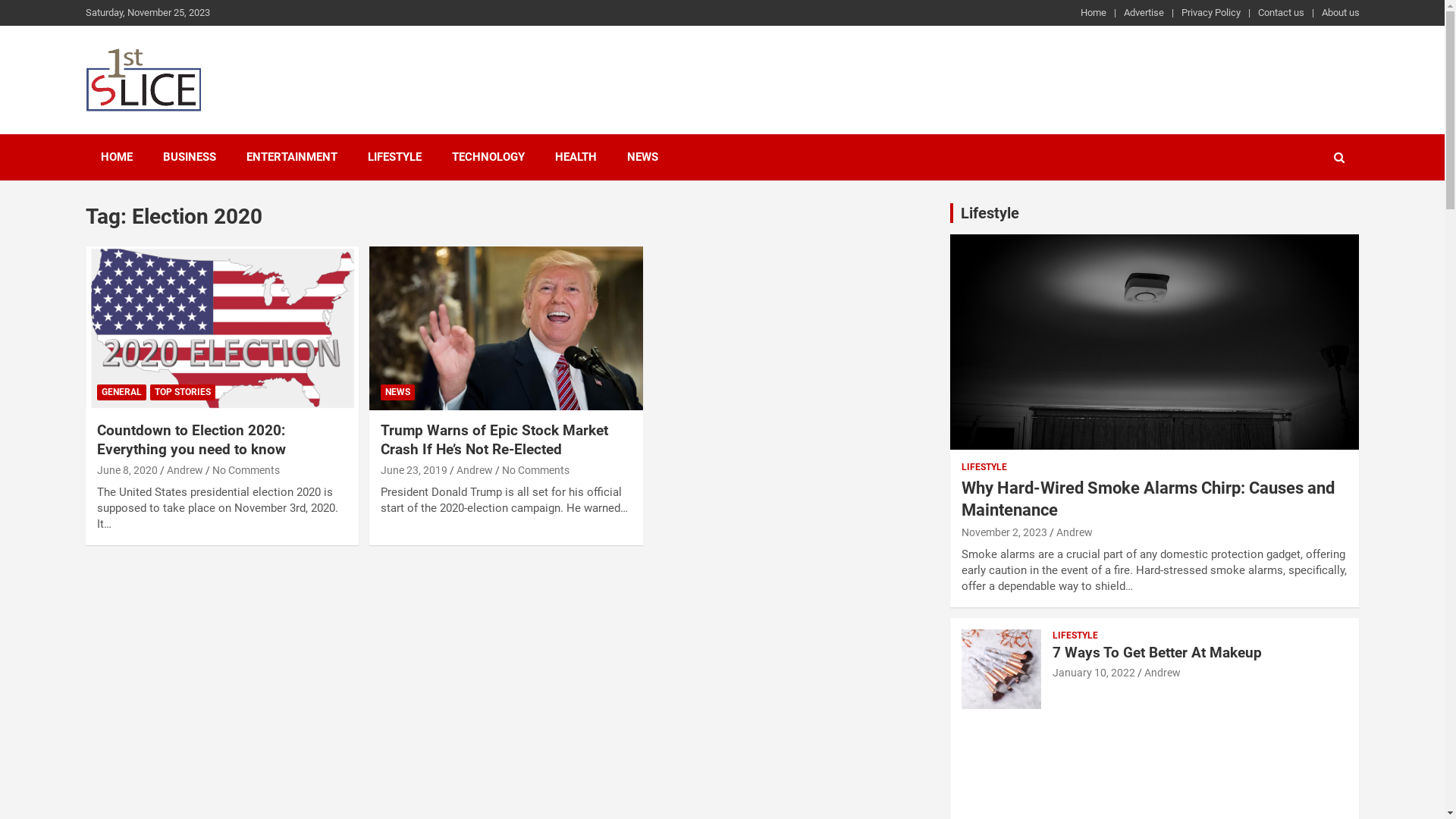 The height and width of the screenshot is (819, 1456). What do you see at coordinates (167, 469) in the screenshot?
I see `'Andrew'` at bounding box center [167, 469].